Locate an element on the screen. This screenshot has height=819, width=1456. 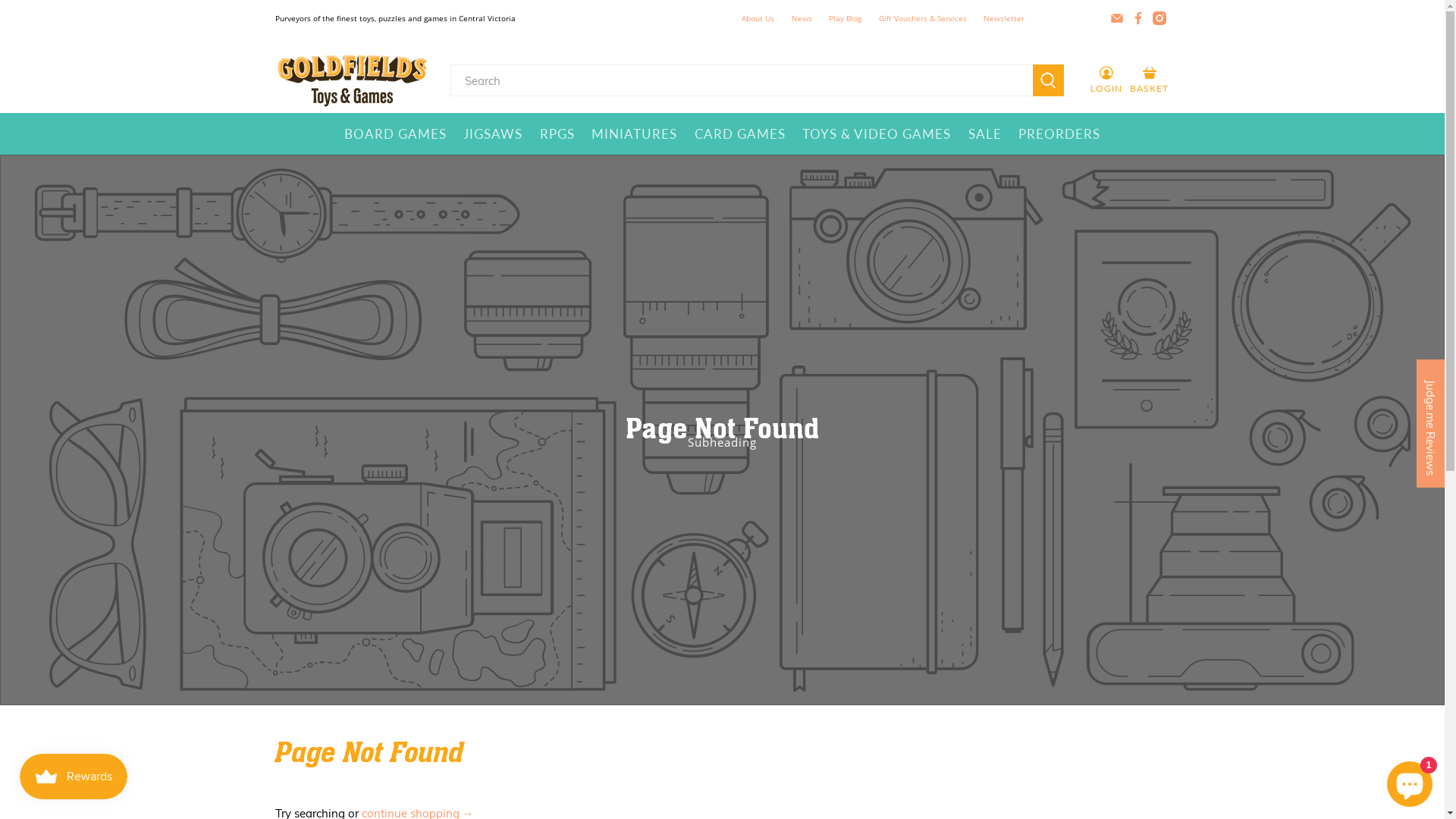
'Shopify online store chat' is located at coordinates (1382, 780).